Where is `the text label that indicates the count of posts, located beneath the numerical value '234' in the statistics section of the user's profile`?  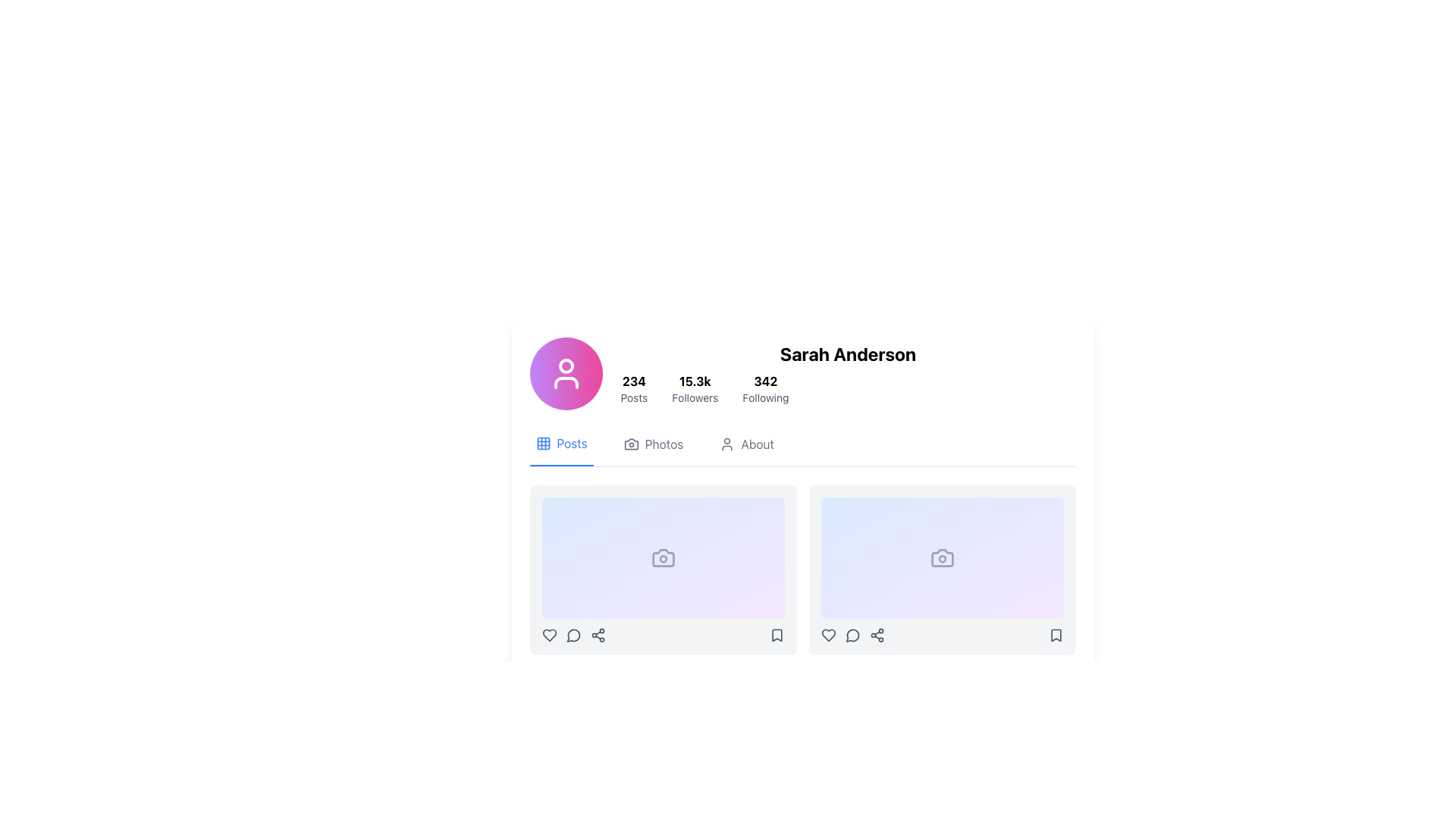 the text label that indicates the count of posts, located beneath the numerical value '234' in the statistics section of the user's profile is located at coordinates (634, 397).